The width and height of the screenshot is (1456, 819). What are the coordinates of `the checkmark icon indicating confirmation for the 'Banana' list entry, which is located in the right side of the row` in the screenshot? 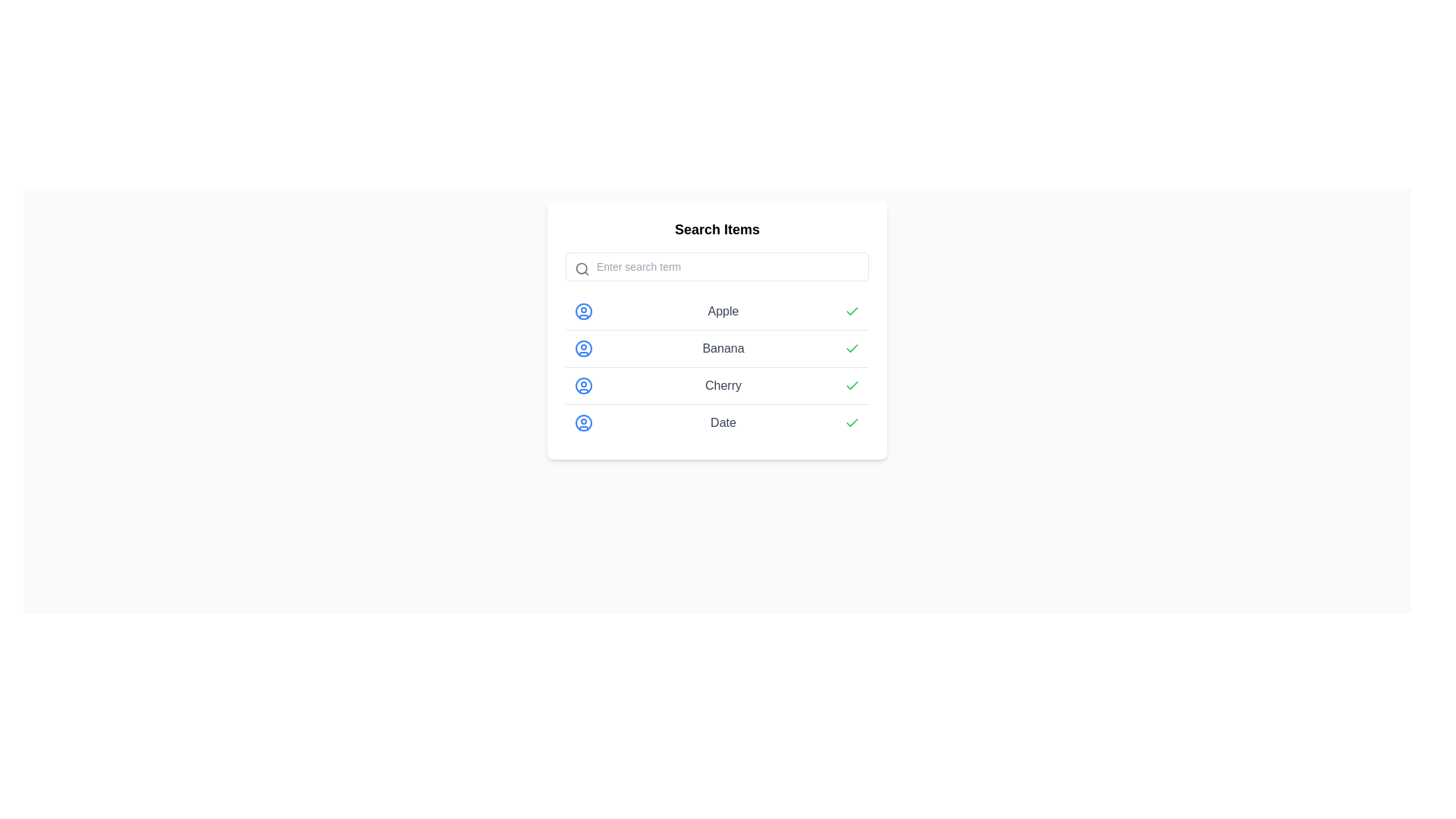 It's located at (852, 348).